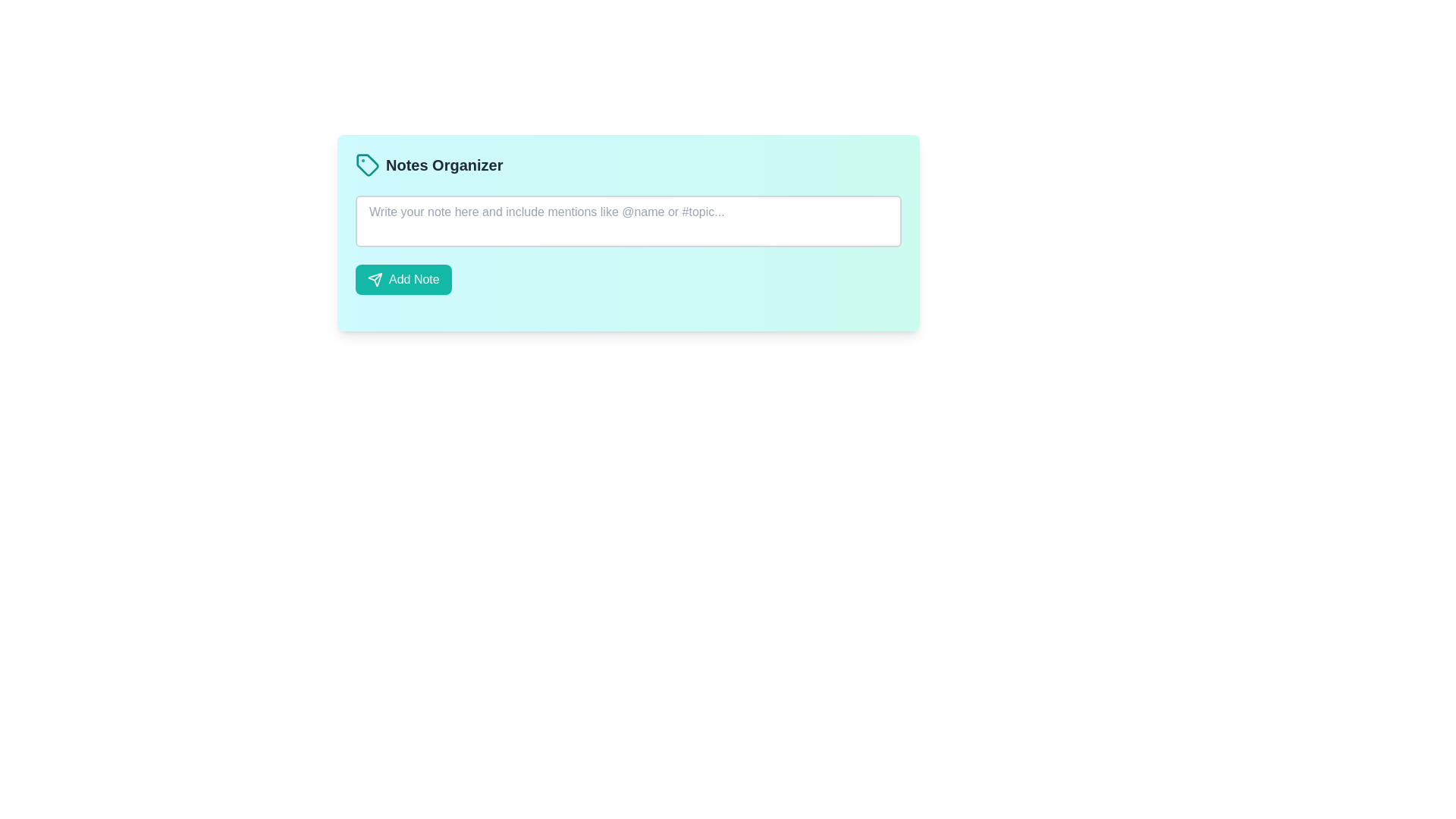  I want to click on the teal vector graphic tag icon located, so click(367, 165).